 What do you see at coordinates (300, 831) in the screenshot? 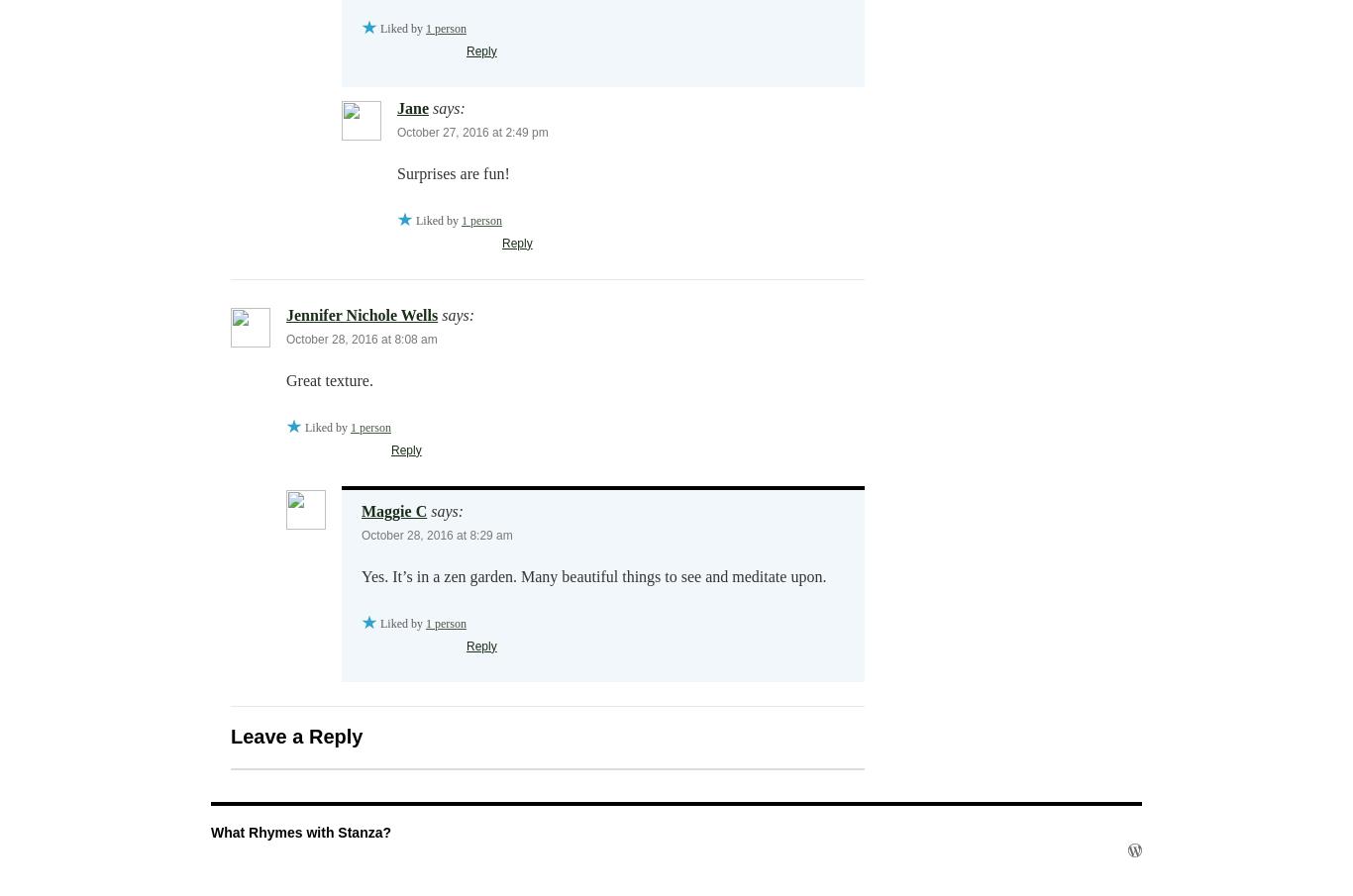
I see `'What Rhymes with Stanza?'` at bounding box center [300, 831].